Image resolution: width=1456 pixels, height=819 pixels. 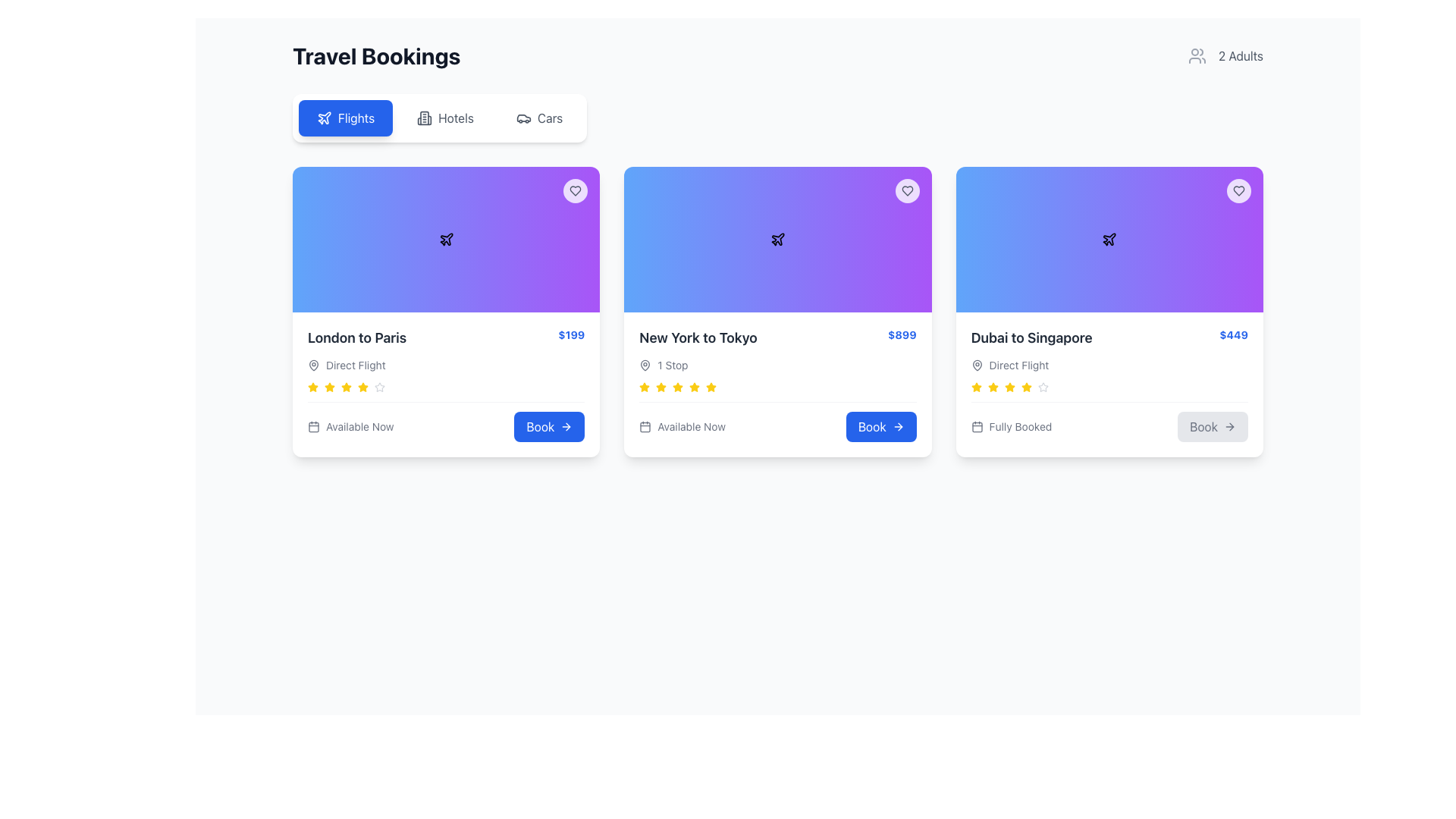 I want to click on message from the Label with a calendar icon that displays 'Available Now', located in the second card of the row, above the 'Book' button, so click(x=682, y=427).